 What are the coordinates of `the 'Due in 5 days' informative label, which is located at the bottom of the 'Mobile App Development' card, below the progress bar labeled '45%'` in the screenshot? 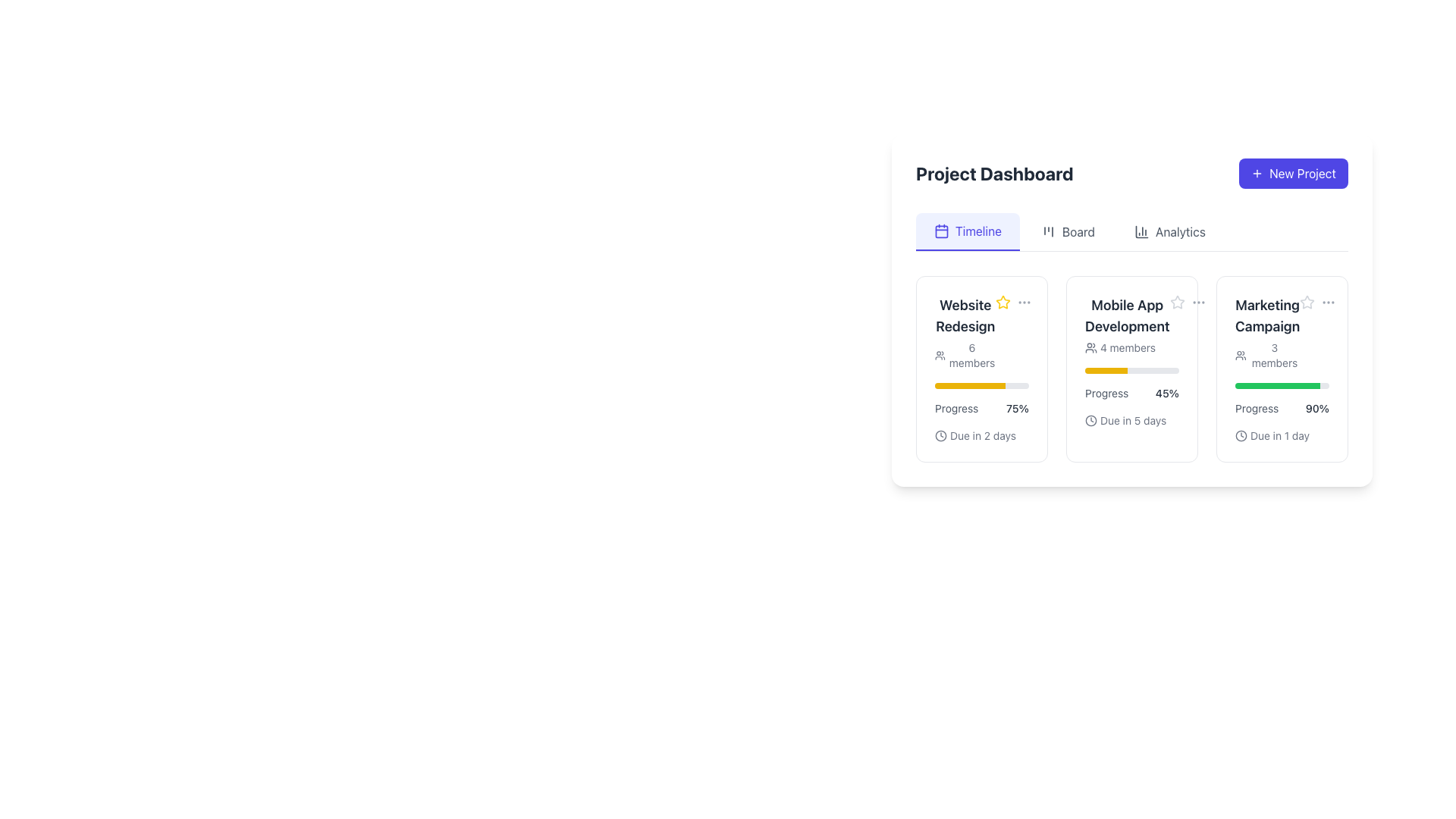 It's located at (1131, 421).